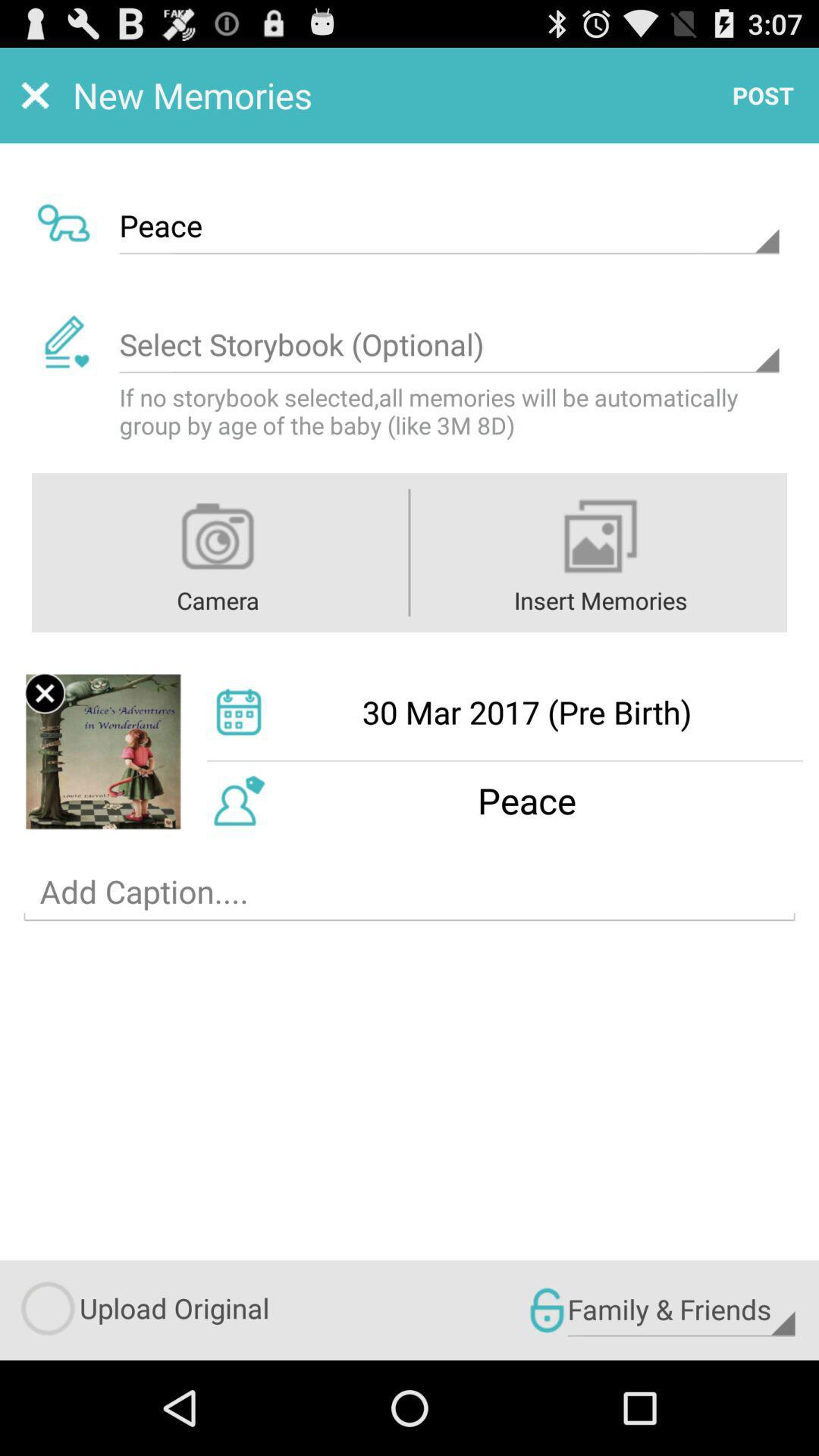 The height and width of the screenshot is (1456, 819). I want to click on delete photo, so click(44, 692).